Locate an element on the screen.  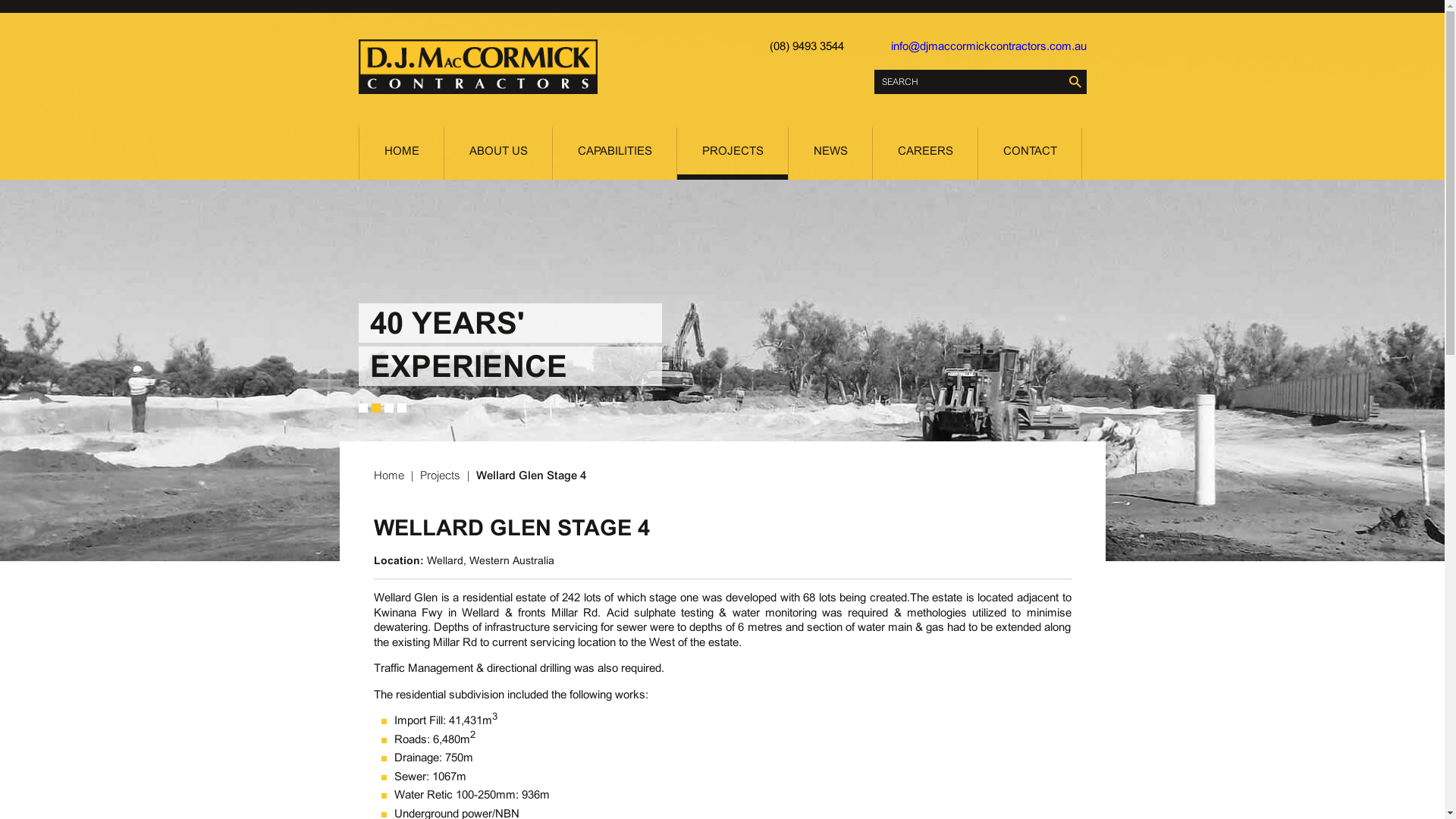
'Home' is located at coordinates (390, 474).